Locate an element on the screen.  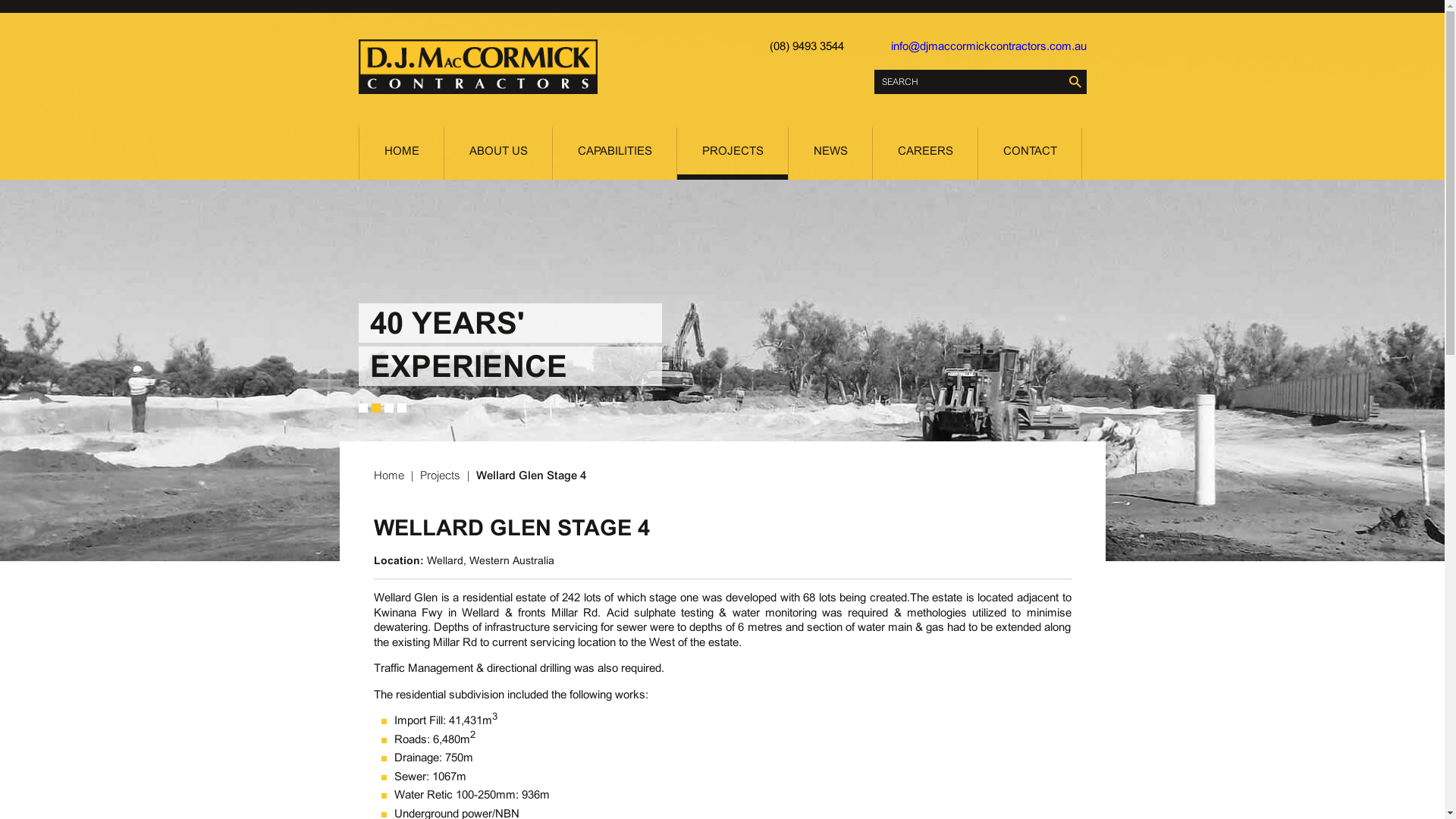
'Home' is located at coordinates (390, 474).